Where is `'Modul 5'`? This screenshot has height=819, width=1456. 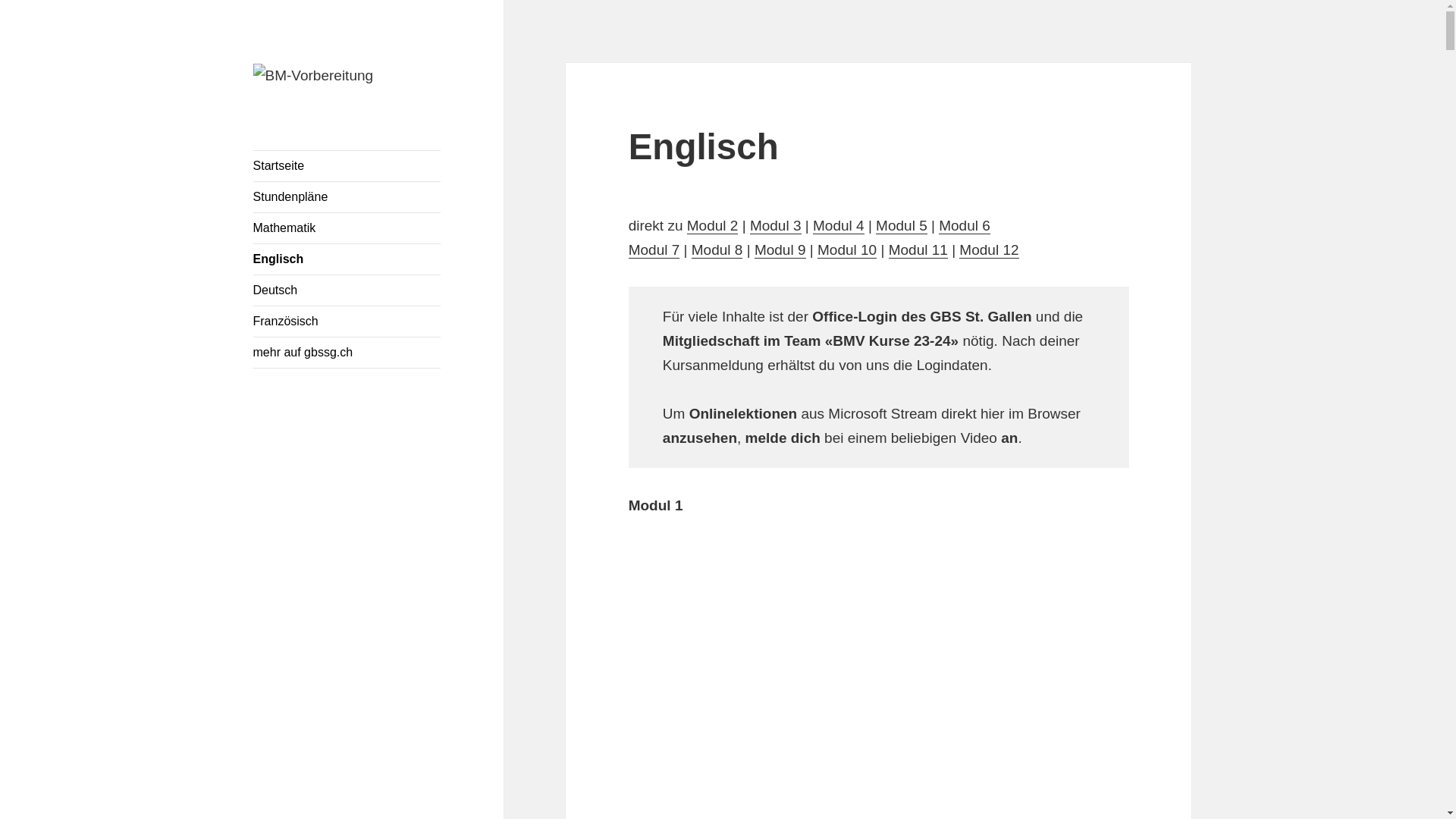 'Modul 5' is located at coordinates (902, 225).